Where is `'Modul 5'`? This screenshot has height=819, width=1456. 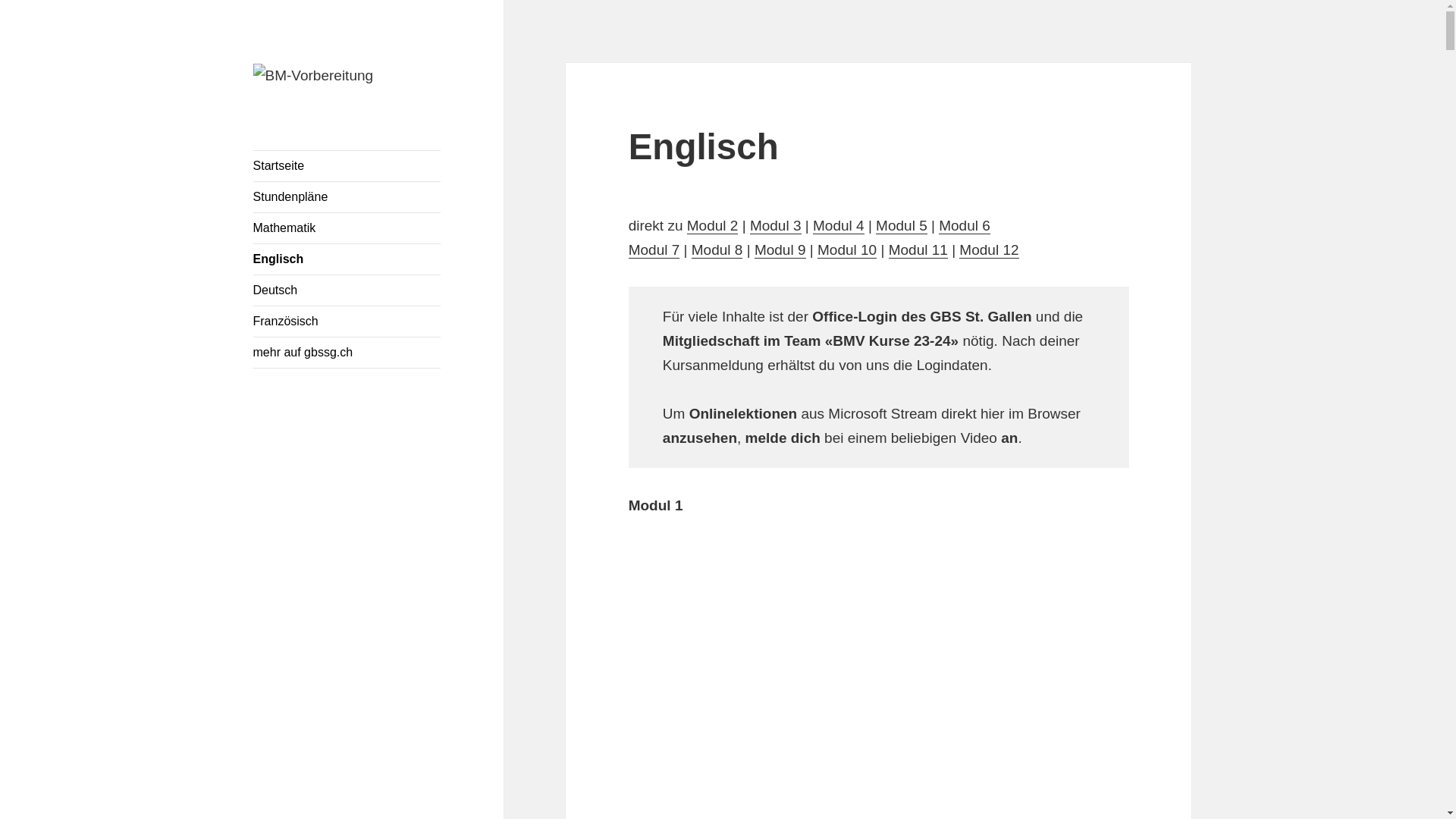 'Modul 5' is located at coordinates (902, 225).